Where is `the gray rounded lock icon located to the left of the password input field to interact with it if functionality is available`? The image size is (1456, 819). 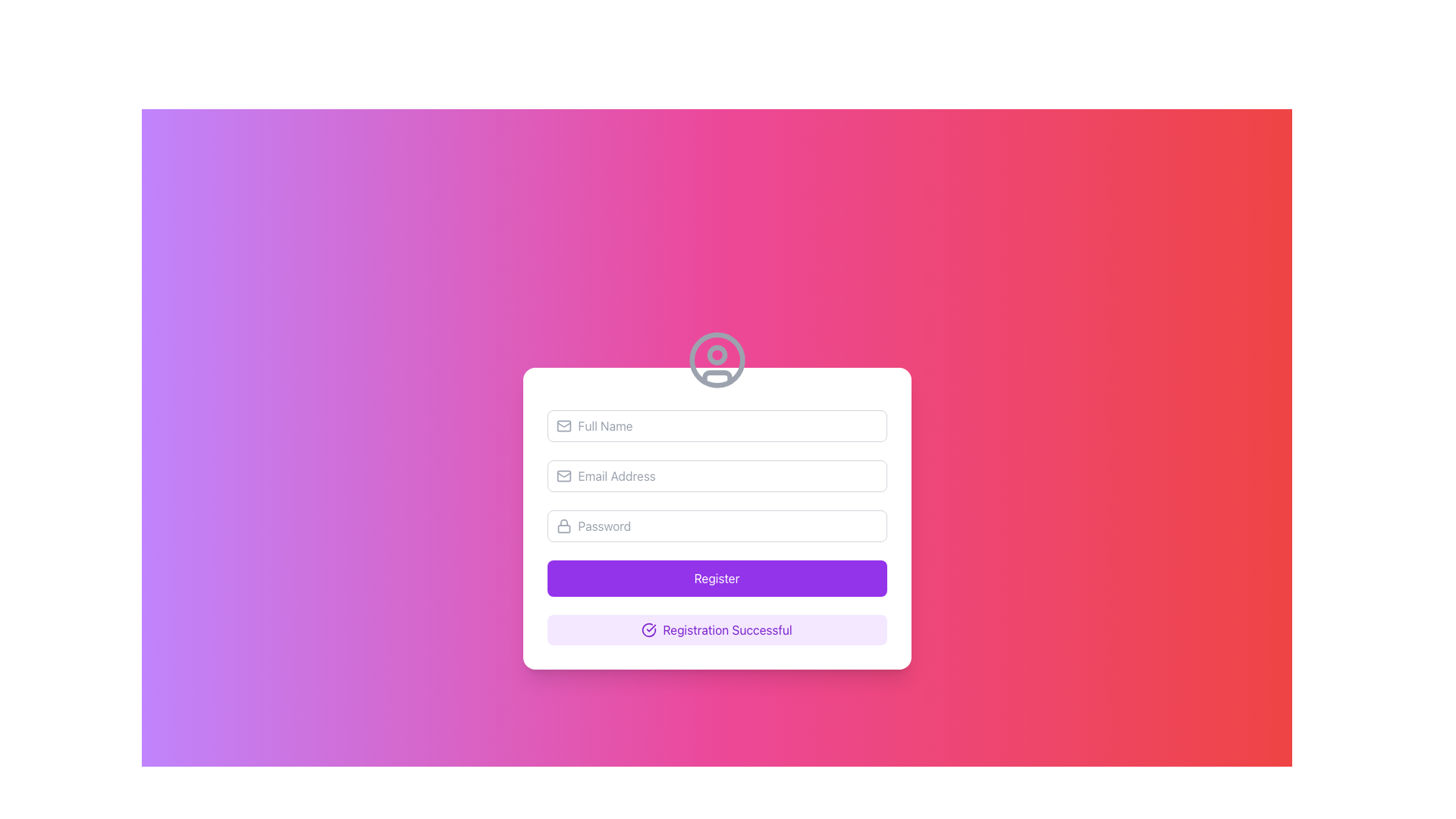
the gray rounded lock icon located to the left of the password input field to interact with it if functionality is available is located at coordinates (563, 526).